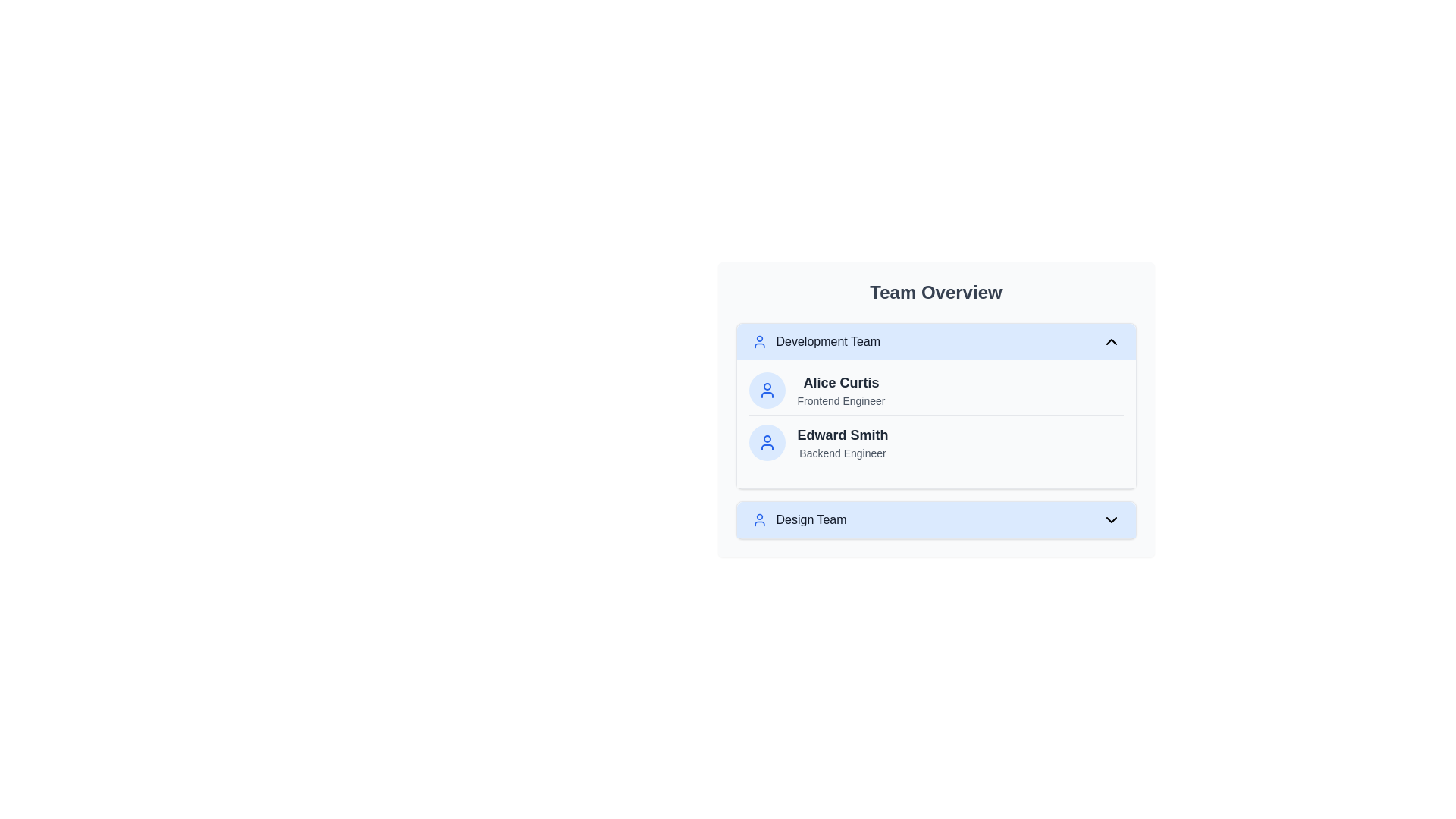 The width and height of the screenshot is (1456, 819). What do you see at coordinates (767, 390) in the screenshot?
I see `the icon representing Alice Curtis to observe its state` at bounding box center [767, 390].